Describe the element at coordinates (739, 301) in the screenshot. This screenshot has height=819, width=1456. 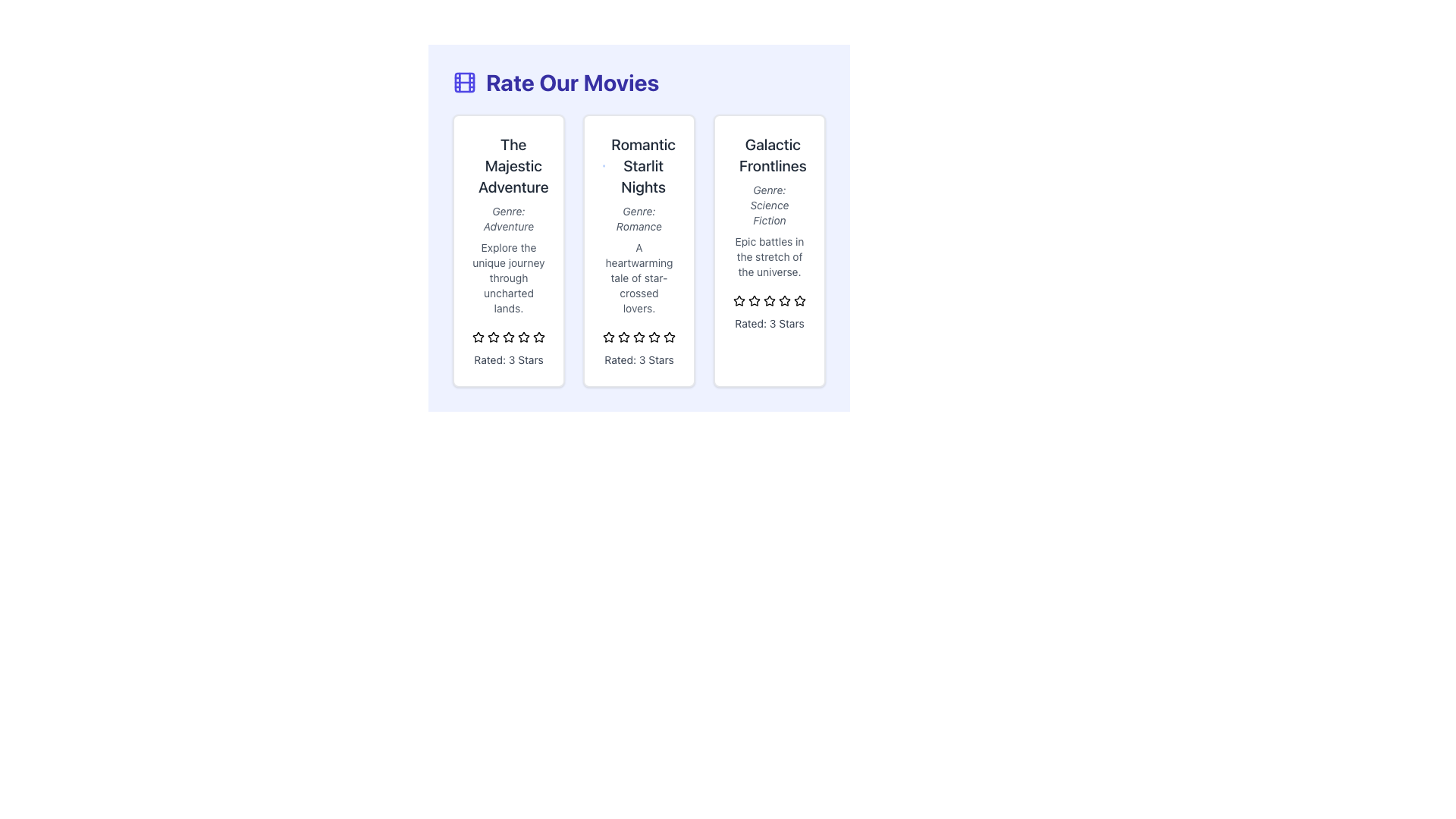
I see `the first star-shaped icon used for rating in the 'Galactic Frontlines' item to trigger a visual response` at that location.